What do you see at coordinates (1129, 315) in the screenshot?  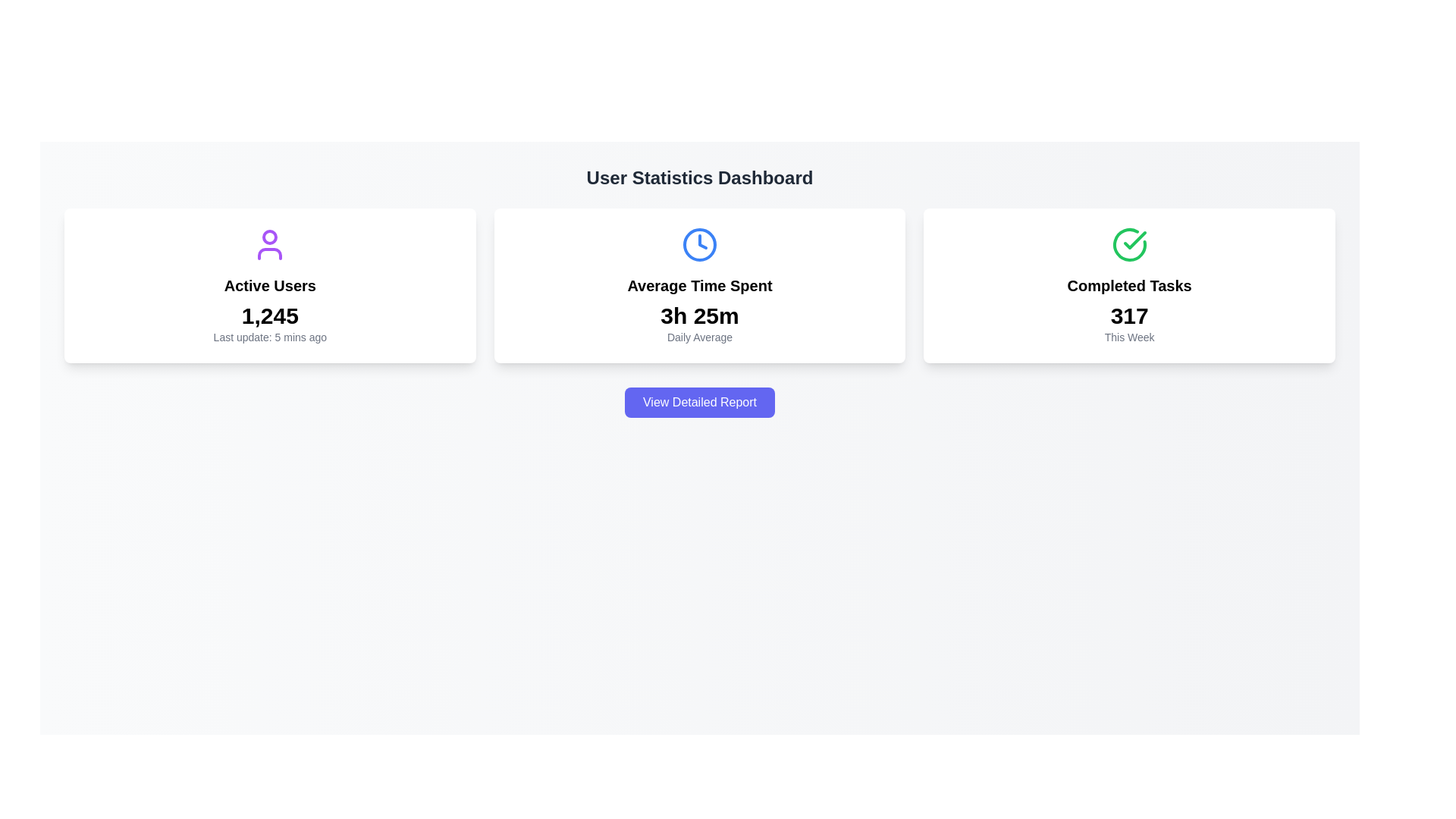 I see `numerical text '317' displayed prominently in the center of the card below 'Completed Tasks' and above 'This Week'` at bounding box center [1129, 315].